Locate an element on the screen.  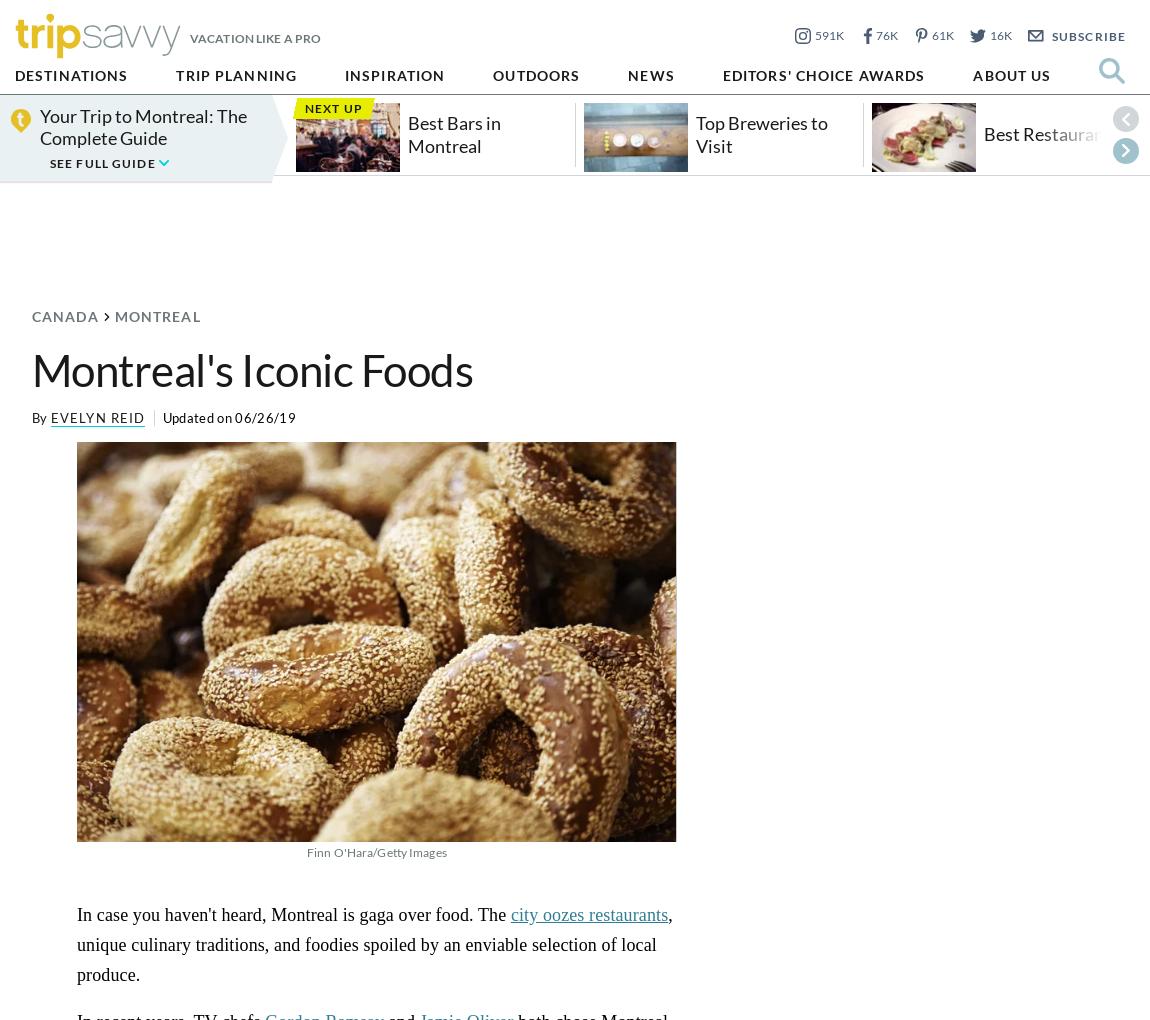
', unique culinary traditions, and foodies spoiled by an enviable selection of local produce.' is located at coordinates (374, 943).